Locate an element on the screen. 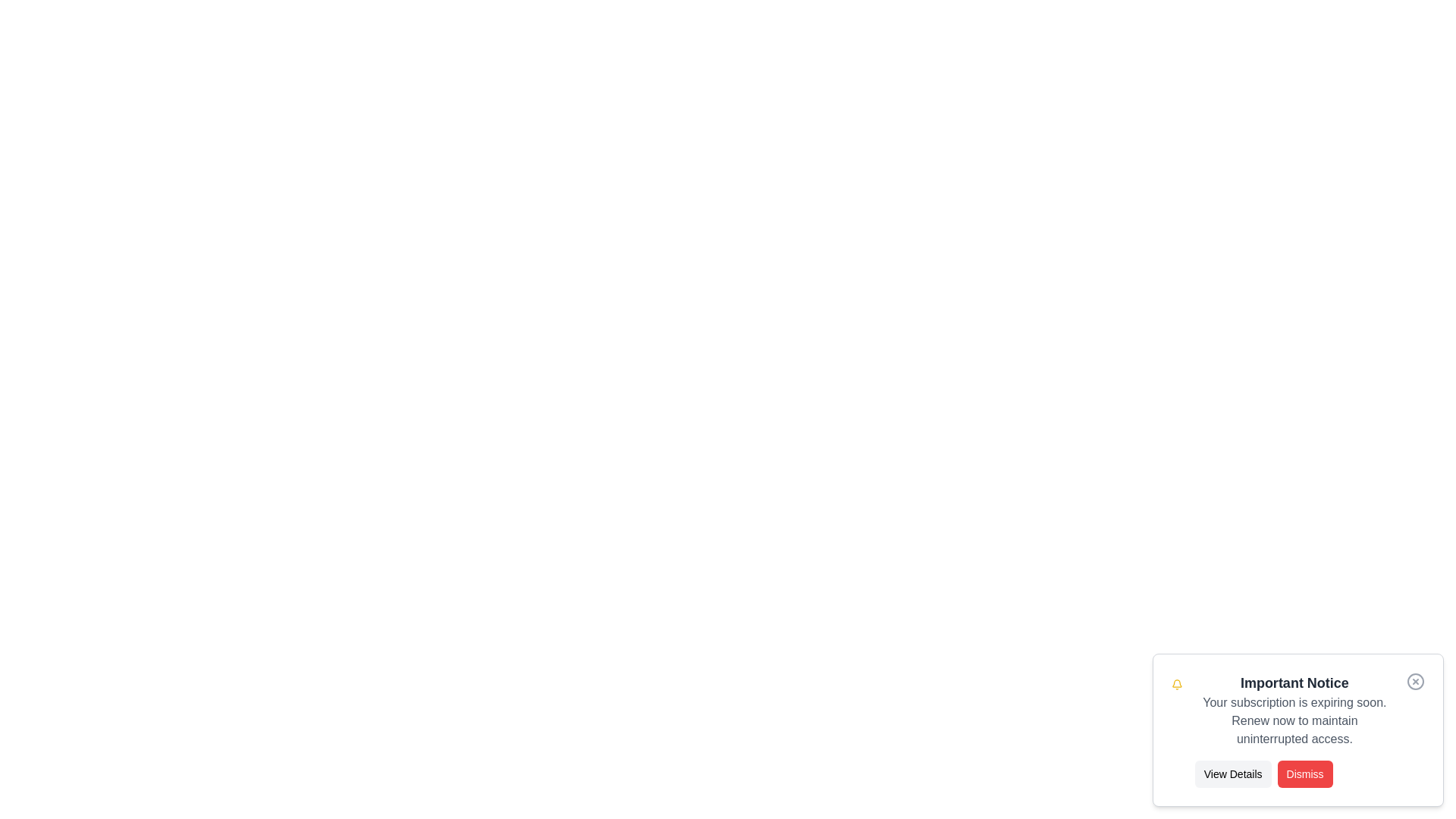 The image size is (1456, 819). the 'Dismiss' button, which is a rectangular button with white text on a red background, located at the bottom of a notification card adjacent to the 'View Details' button is located at coordinates (1294, 774).